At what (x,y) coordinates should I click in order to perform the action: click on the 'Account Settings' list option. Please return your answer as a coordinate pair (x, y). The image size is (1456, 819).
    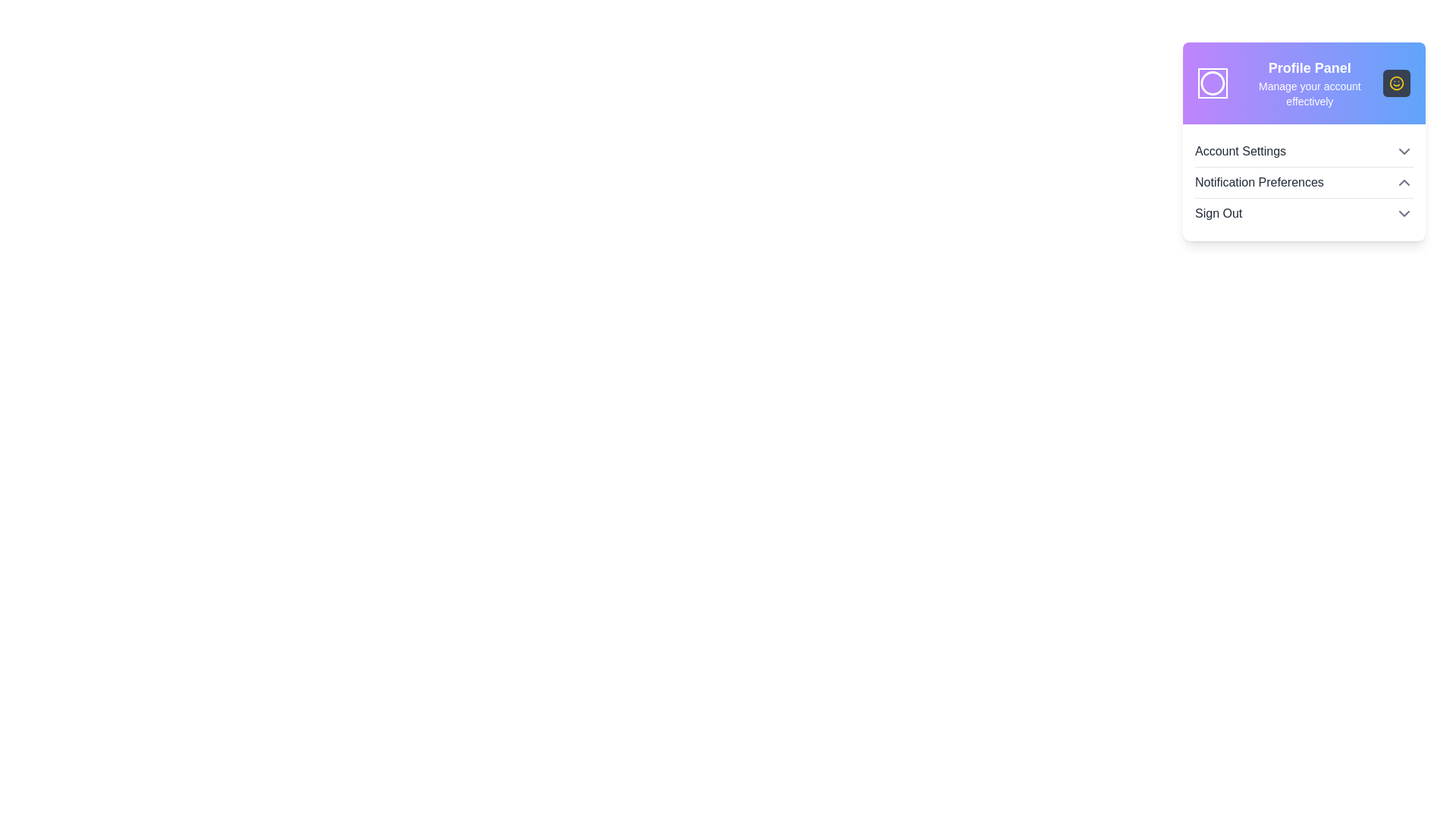
    Looking at the image, I should click on (1303, 152).